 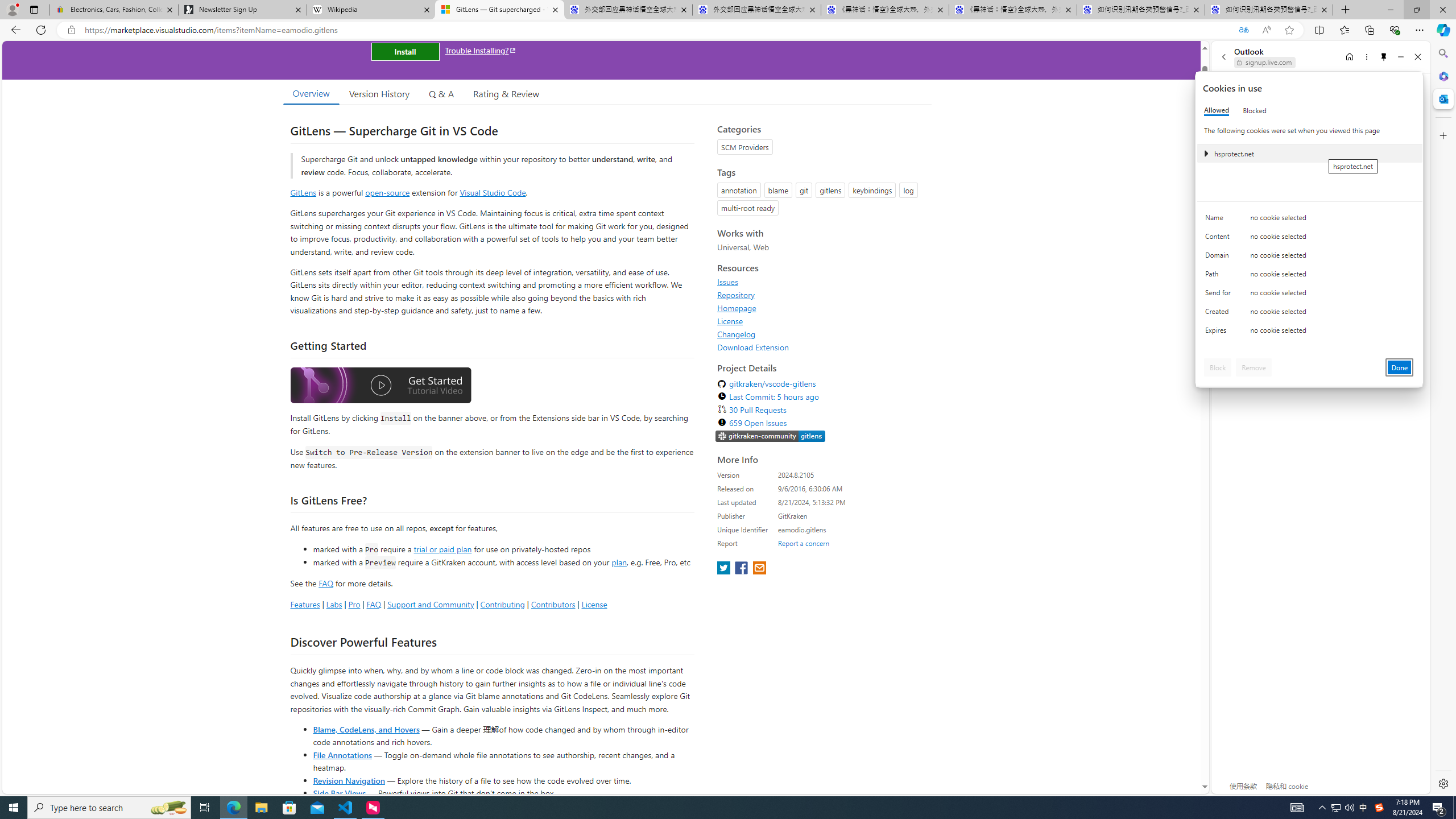 I want to click on 'Send for', so click(x=1219, y=295).